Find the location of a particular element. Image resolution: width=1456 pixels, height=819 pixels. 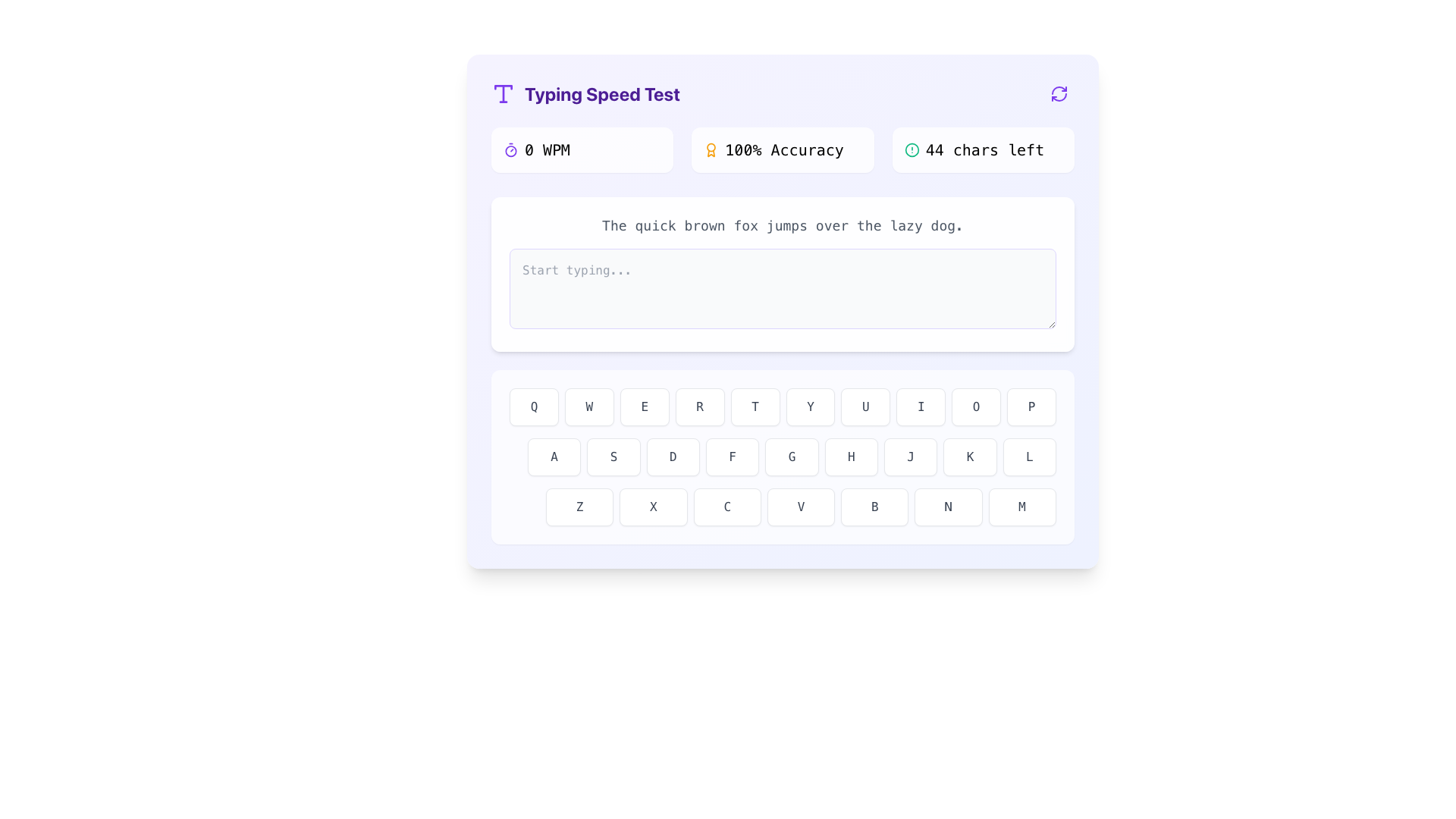

the 'G' key button, which is a rounded rectangle with a white background and a light gray border, to simulate typing 'G' is located at coordinates (791, 456).